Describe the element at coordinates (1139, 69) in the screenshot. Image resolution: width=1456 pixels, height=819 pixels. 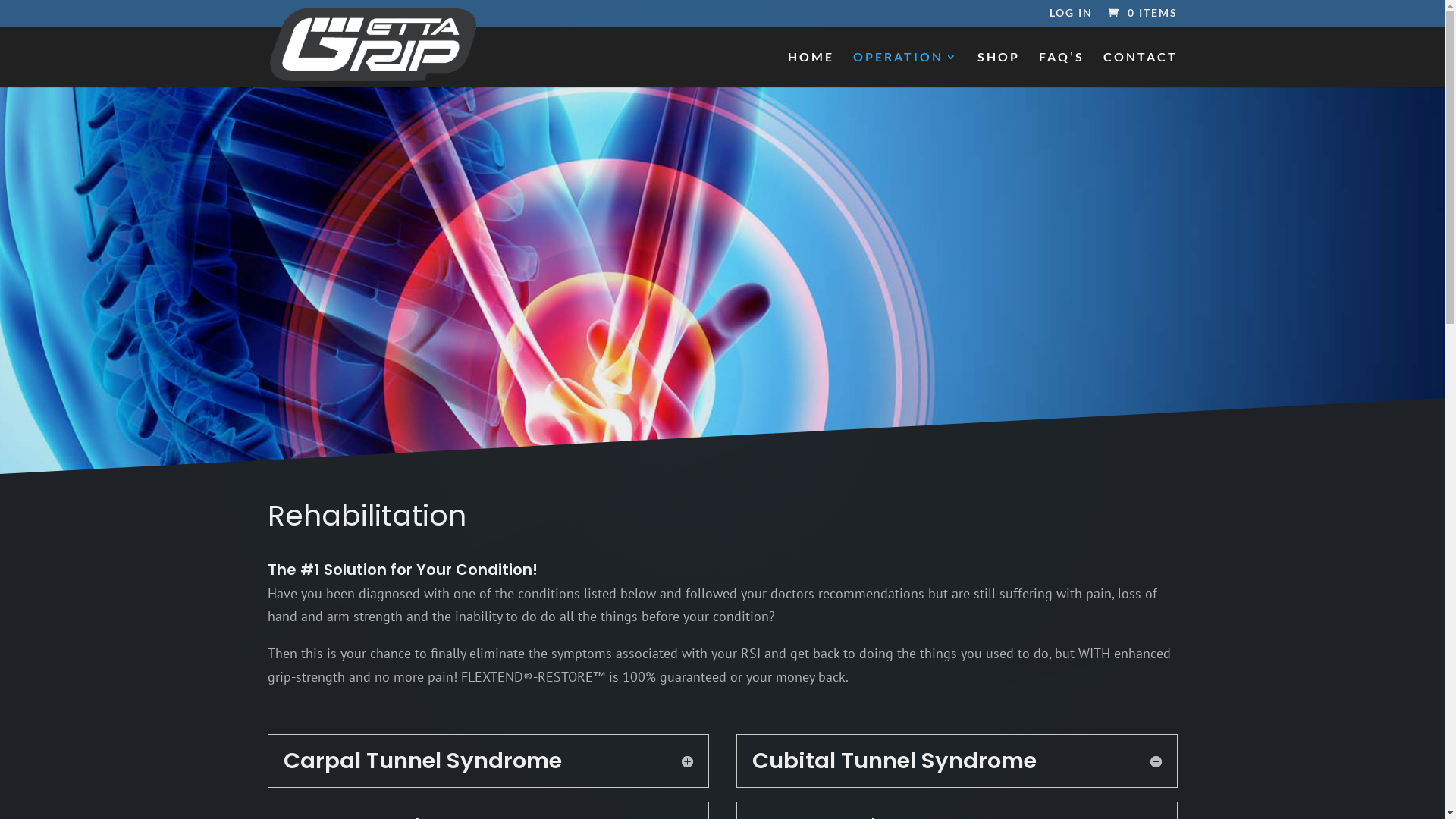
I see `'CONTACT'` at that location.